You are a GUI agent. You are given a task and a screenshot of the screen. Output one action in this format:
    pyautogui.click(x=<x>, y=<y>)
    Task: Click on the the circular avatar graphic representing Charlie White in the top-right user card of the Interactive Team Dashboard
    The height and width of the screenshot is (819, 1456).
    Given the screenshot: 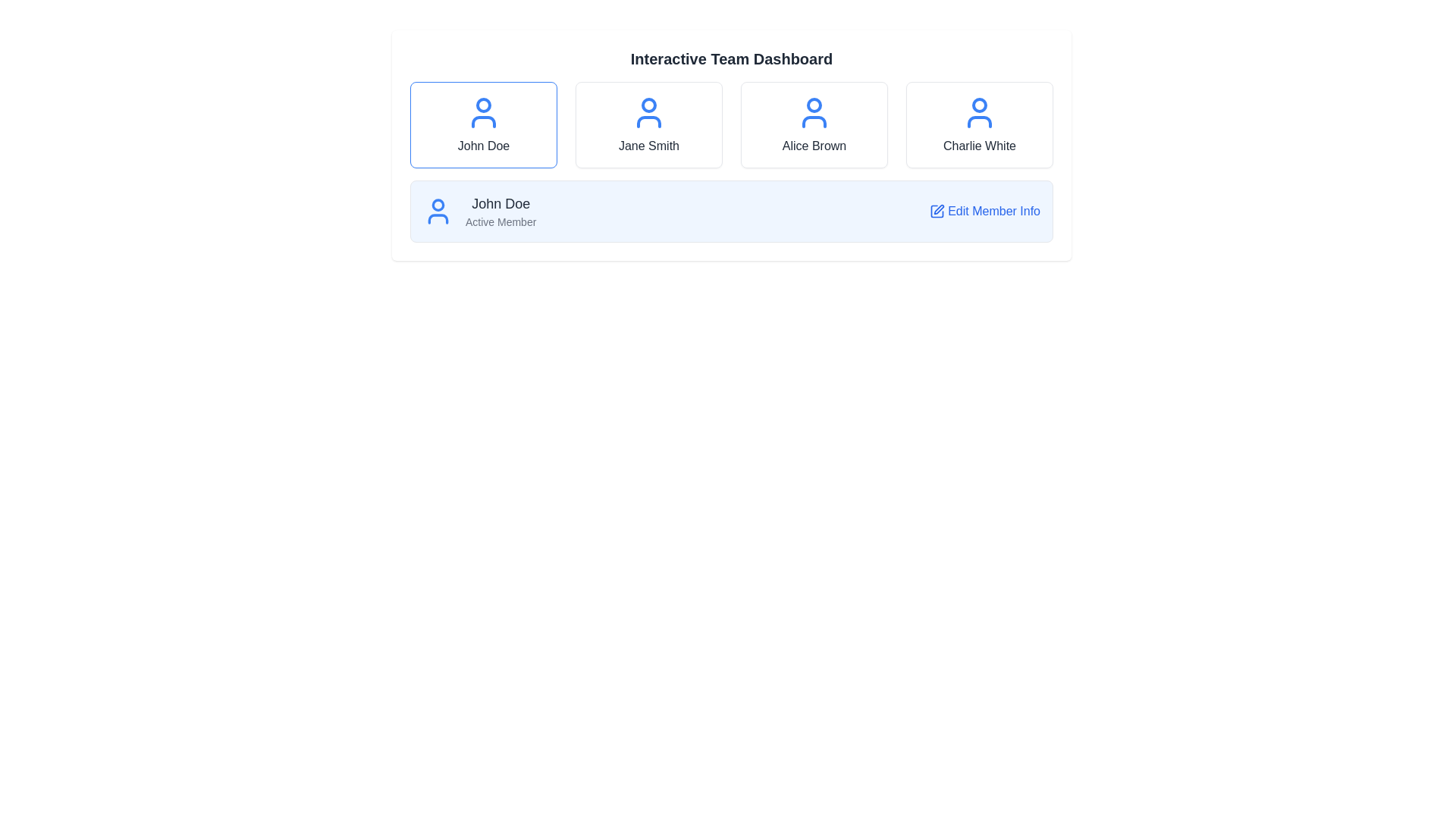 What is the action you would take?
    pyautogui.click(x=979, y=104)
    